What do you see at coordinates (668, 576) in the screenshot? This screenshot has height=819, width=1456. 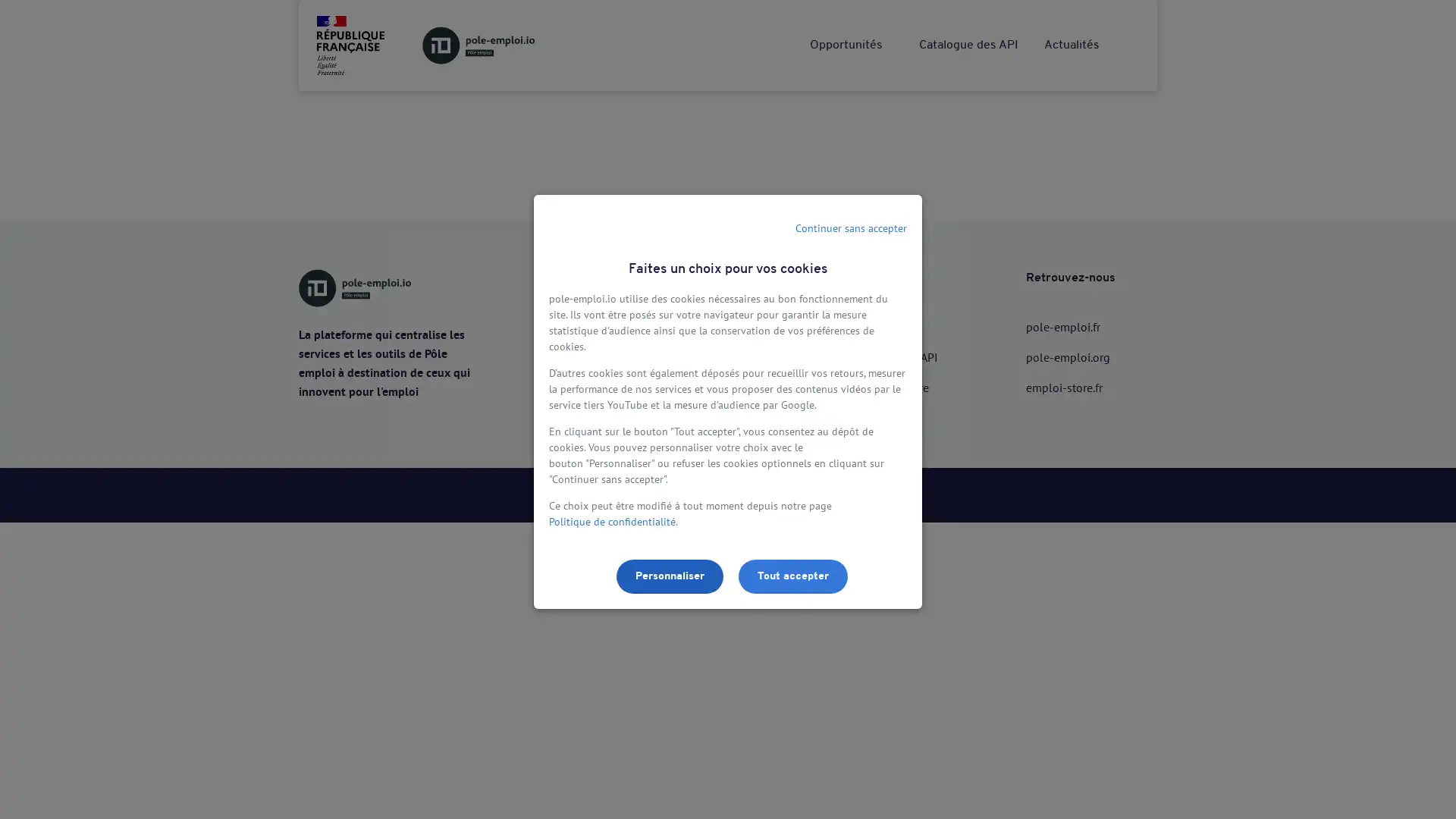 I see `Personnaliser les parametres de confidentialite` at bounding box center [668, 576].